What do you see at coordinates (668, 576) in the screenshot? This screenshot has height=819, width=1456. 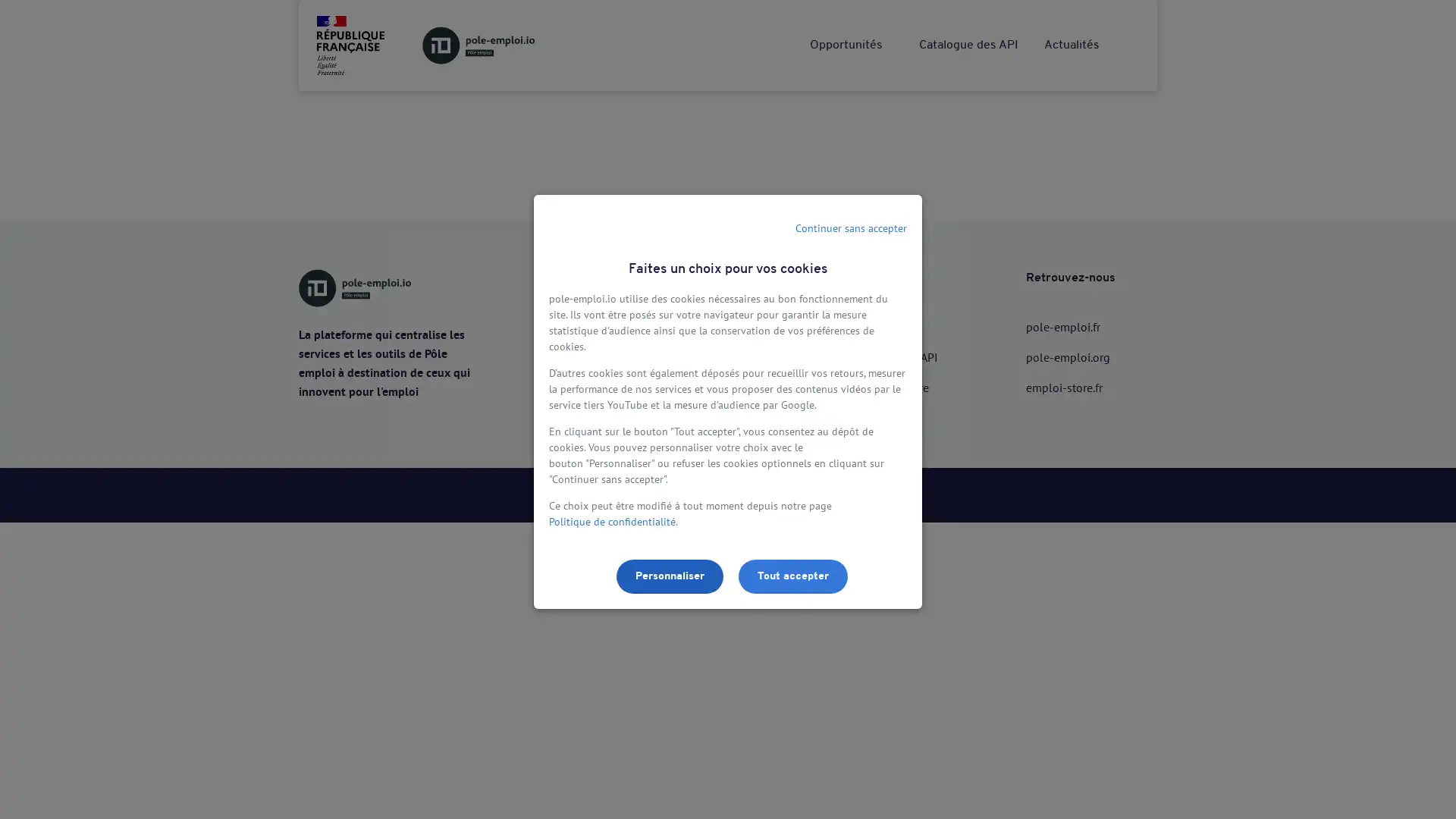 I see `Personnaliser les parametres de confidentialite` at bounding box center [668, 576].